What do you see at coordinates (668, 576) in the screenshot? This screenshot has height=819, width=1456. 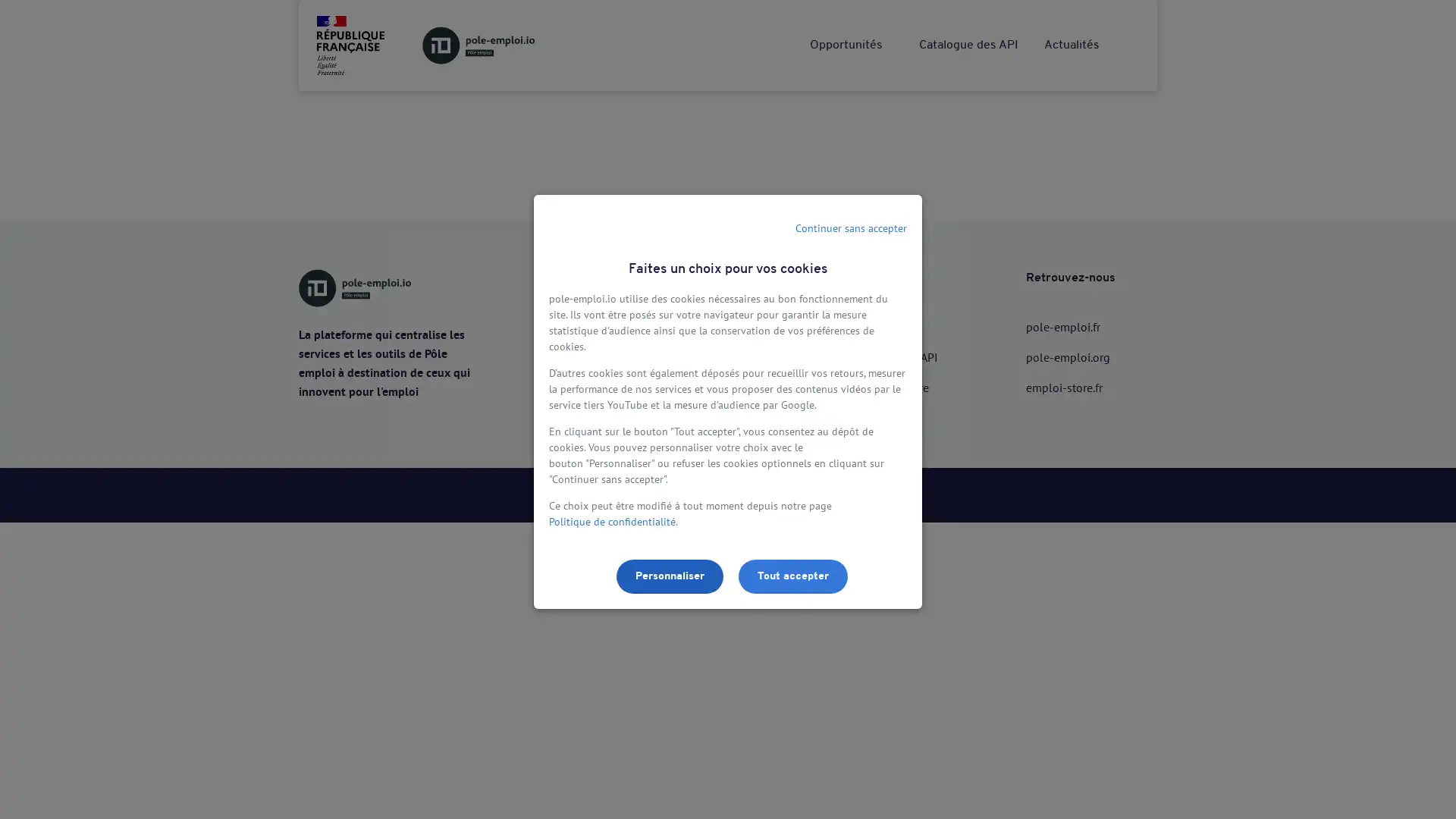 I see `Personnaliser les parametres de confidentialite` at bounding box center [668, 576].